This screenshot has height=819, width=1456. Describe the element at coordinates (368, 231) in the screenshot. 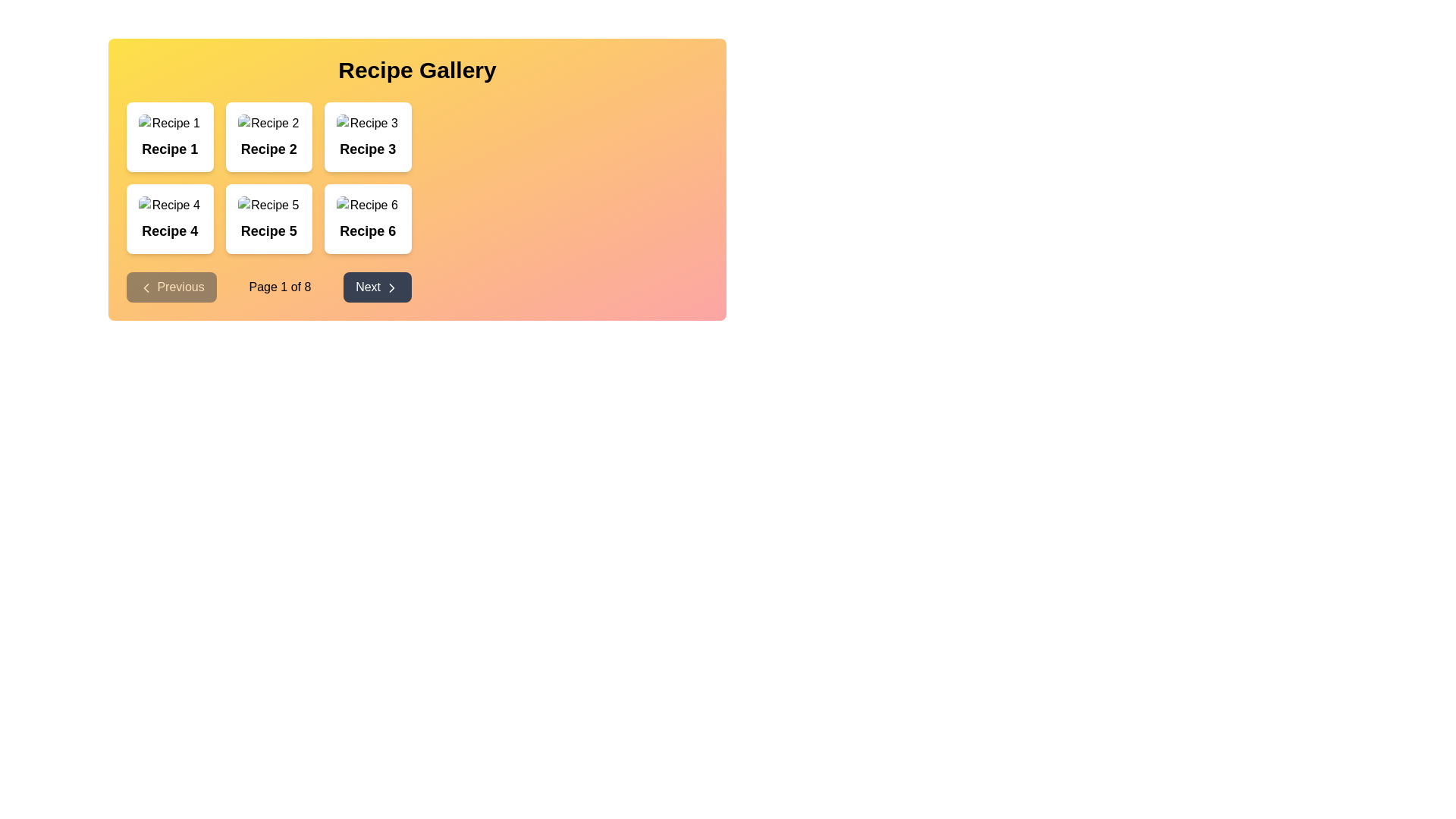

I see `the text content of the label for the sixth recipe item, which is positioned in the lower-right corner of the grid layout` at that location.